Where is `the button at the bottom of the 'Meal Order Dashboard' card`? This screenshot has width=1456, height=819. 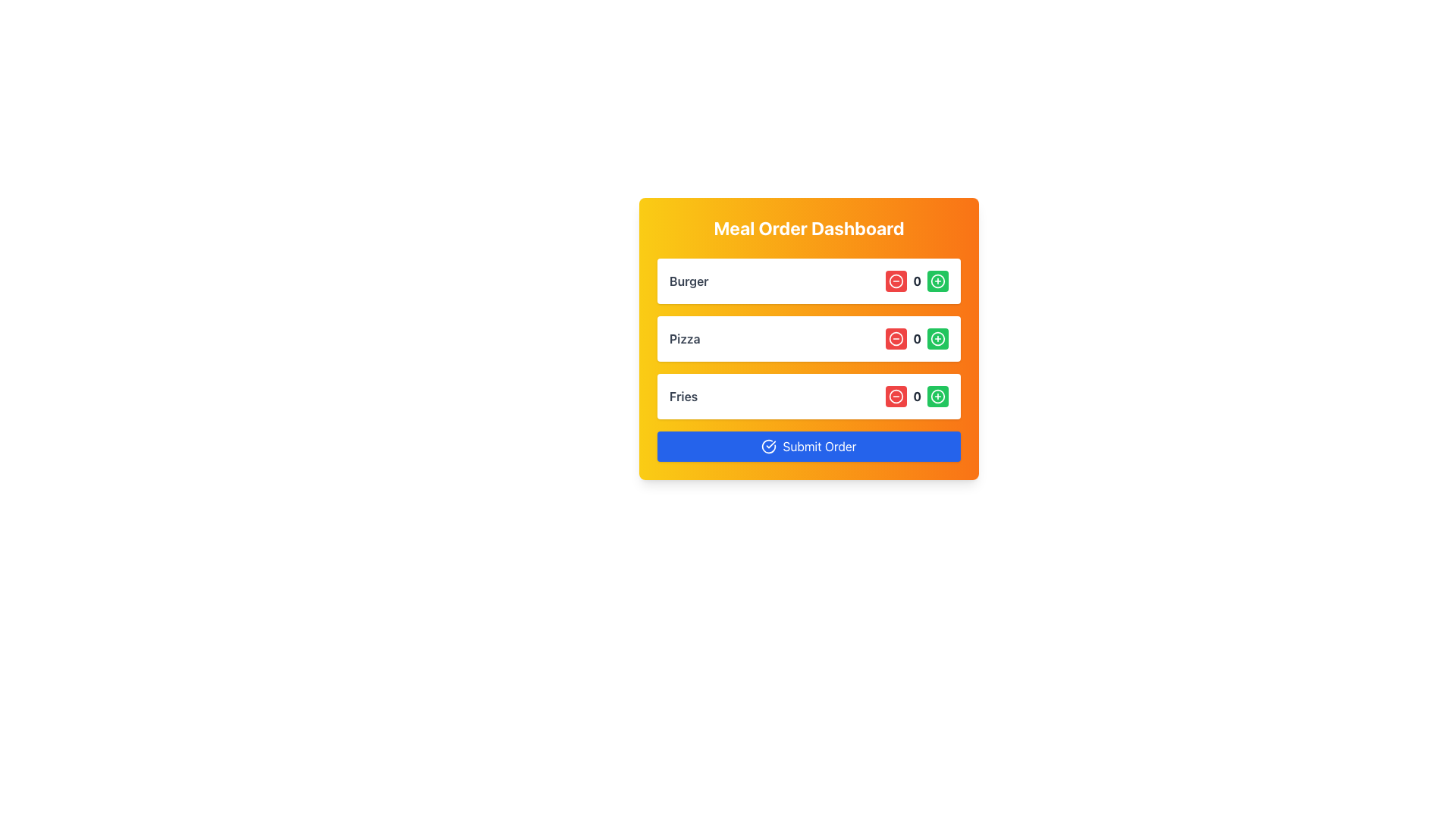
the button at the bottom of the 'Meal Order Dashboard' card is located at coordinates (808, 446).